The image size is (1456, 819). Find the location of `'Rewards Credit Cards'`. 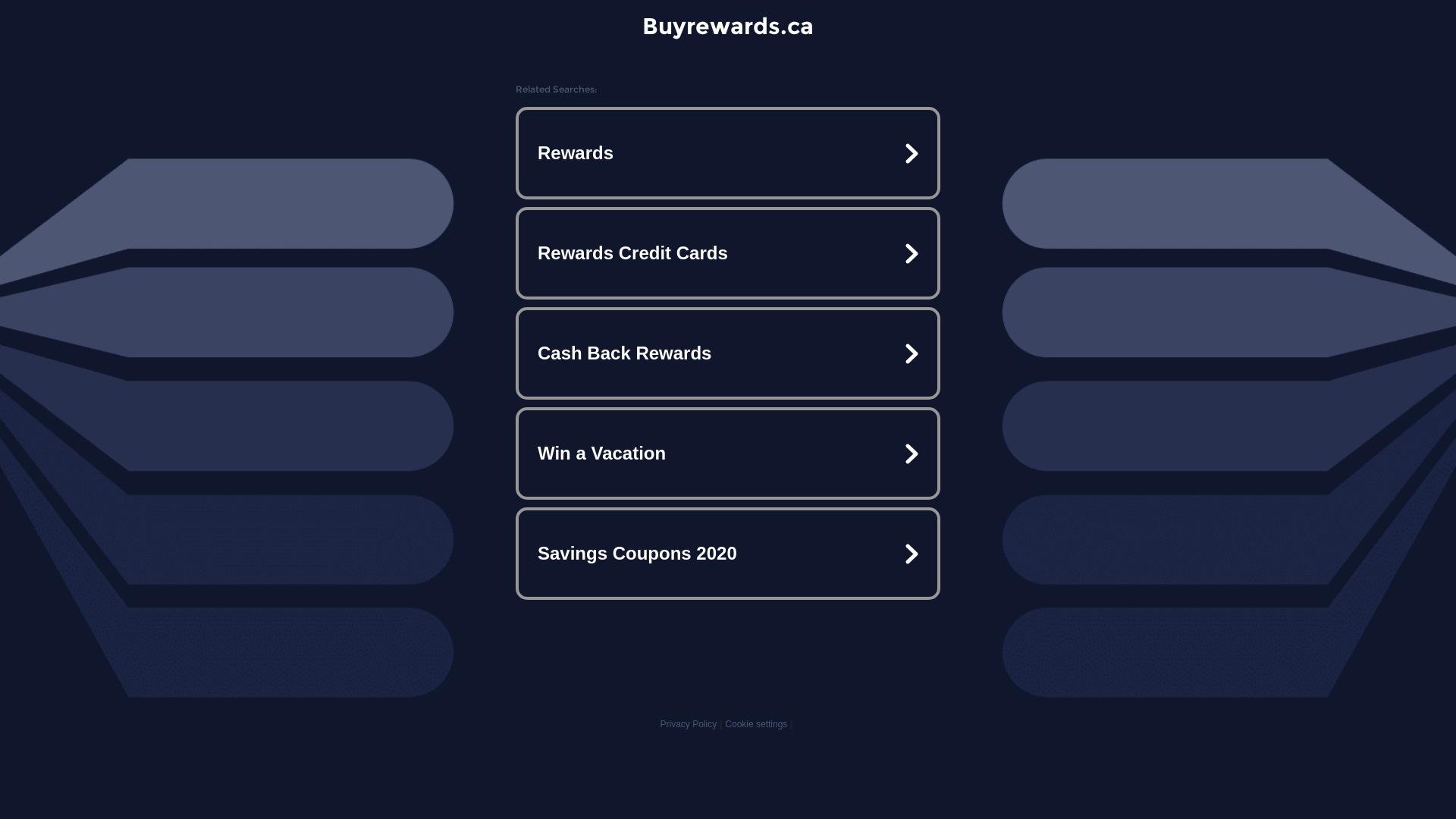

'Rewards Credit Cards' is located at coordinates (728, 253).